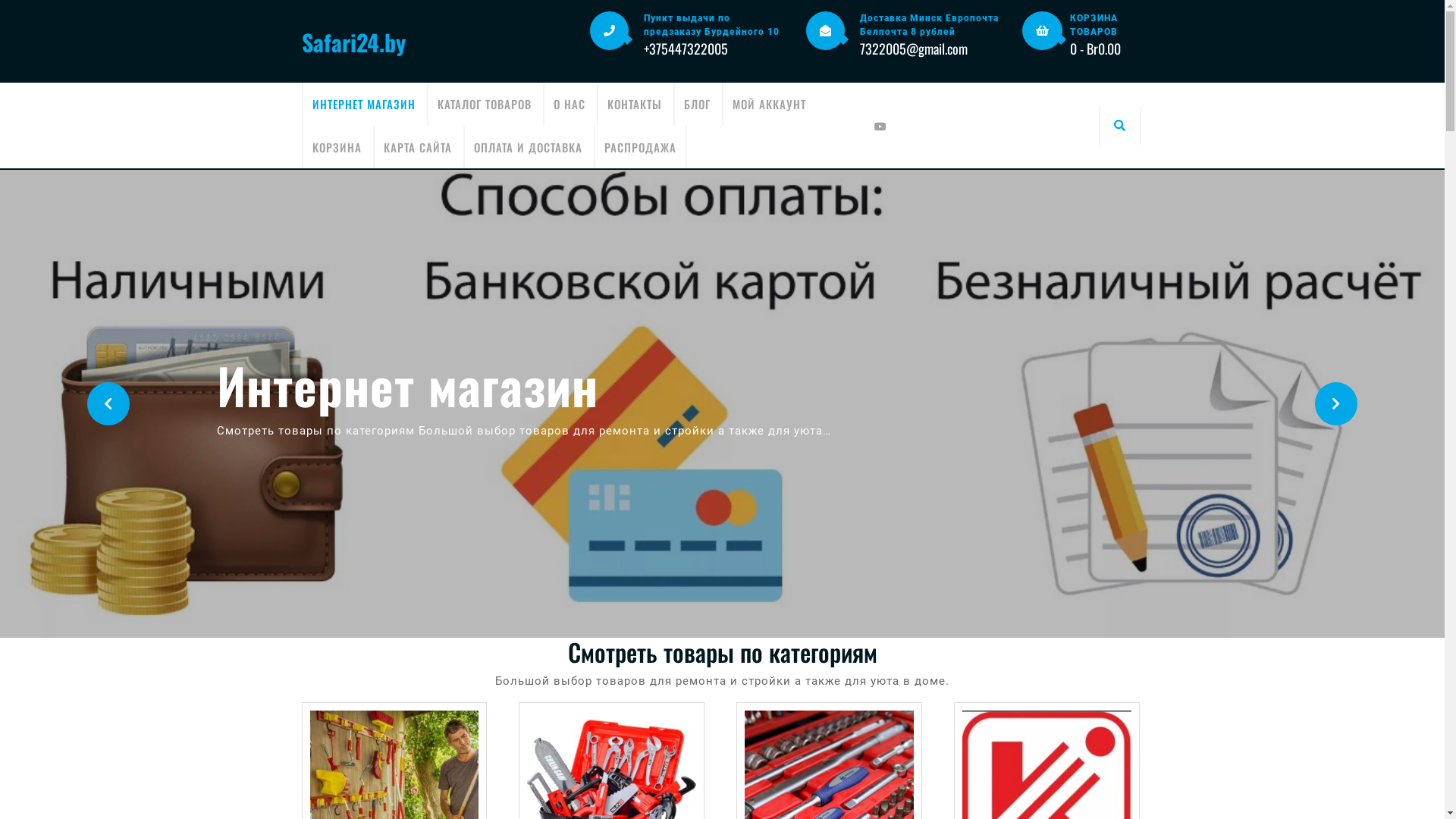 This screenshot has height=819, width=1456. Describe the element at coordinates (353, 40) in the screenshot. I see `'Safari24.by'` at that location.